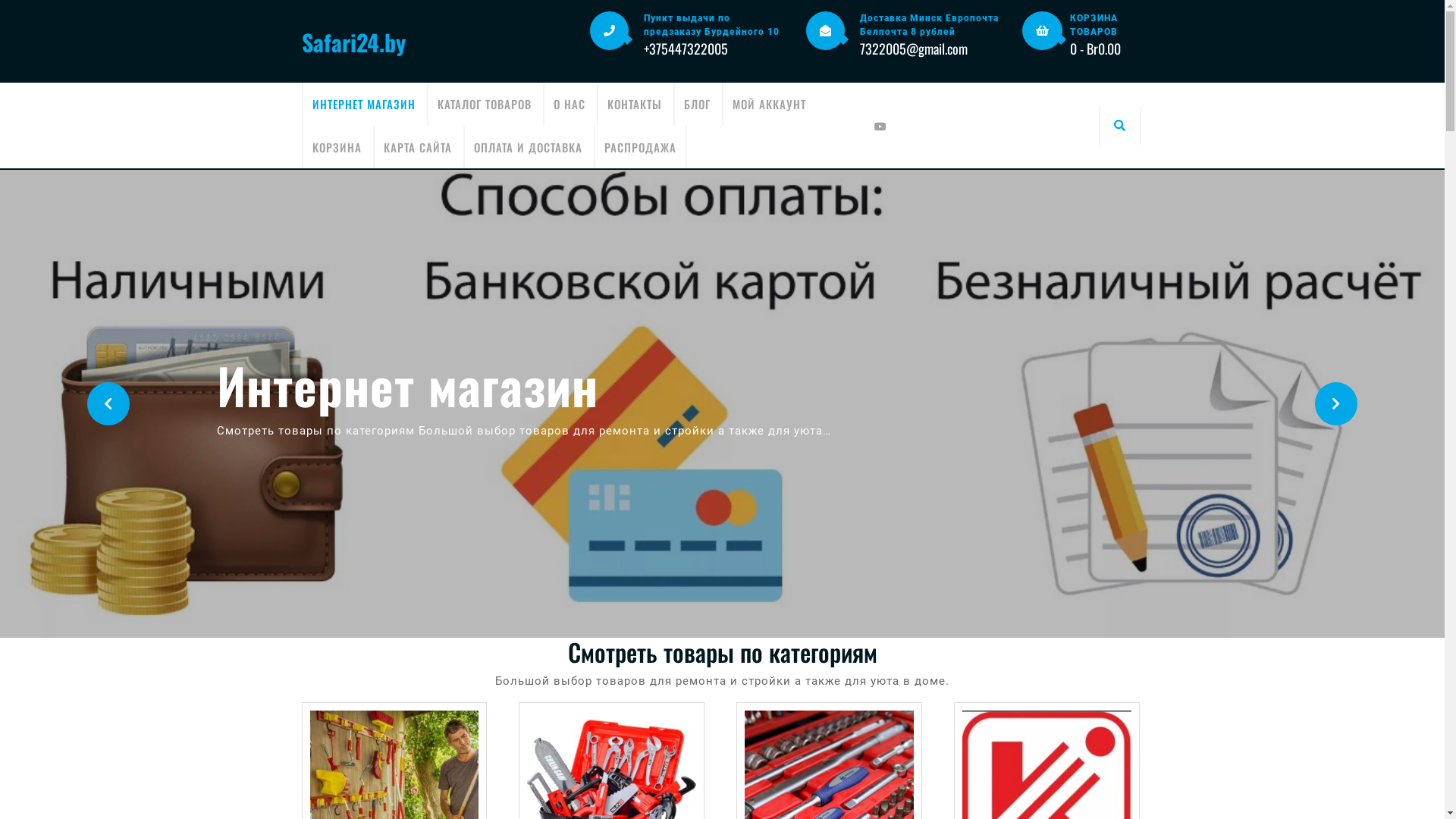 This screenshot has height=819, width=1456. Describe the element at coordinates (353, 40) in the screenshot. I see `'Safari24.by'` at that location.